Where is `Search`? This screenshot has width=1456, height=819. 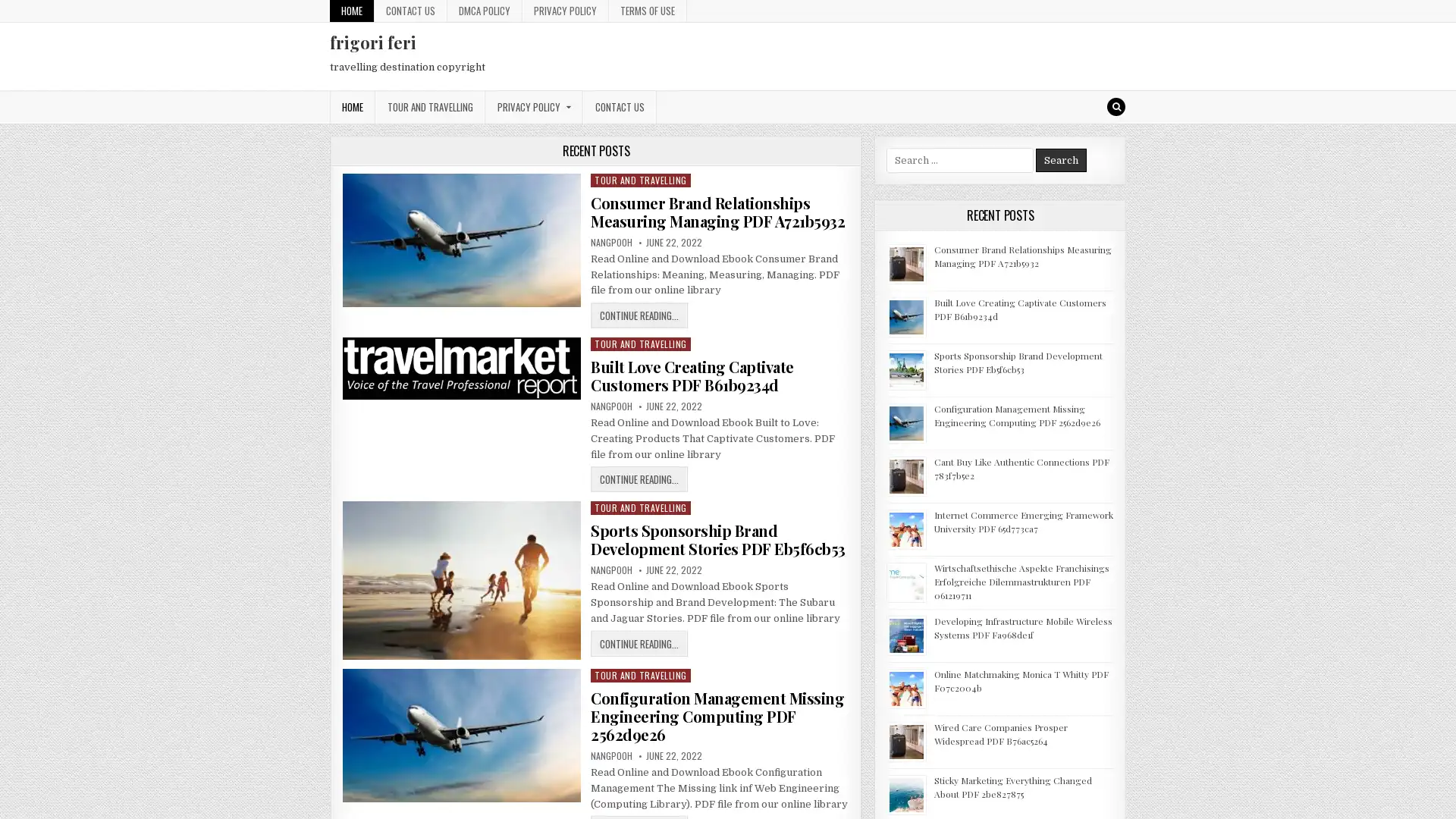 Search is located at coordinates (1060, 160).